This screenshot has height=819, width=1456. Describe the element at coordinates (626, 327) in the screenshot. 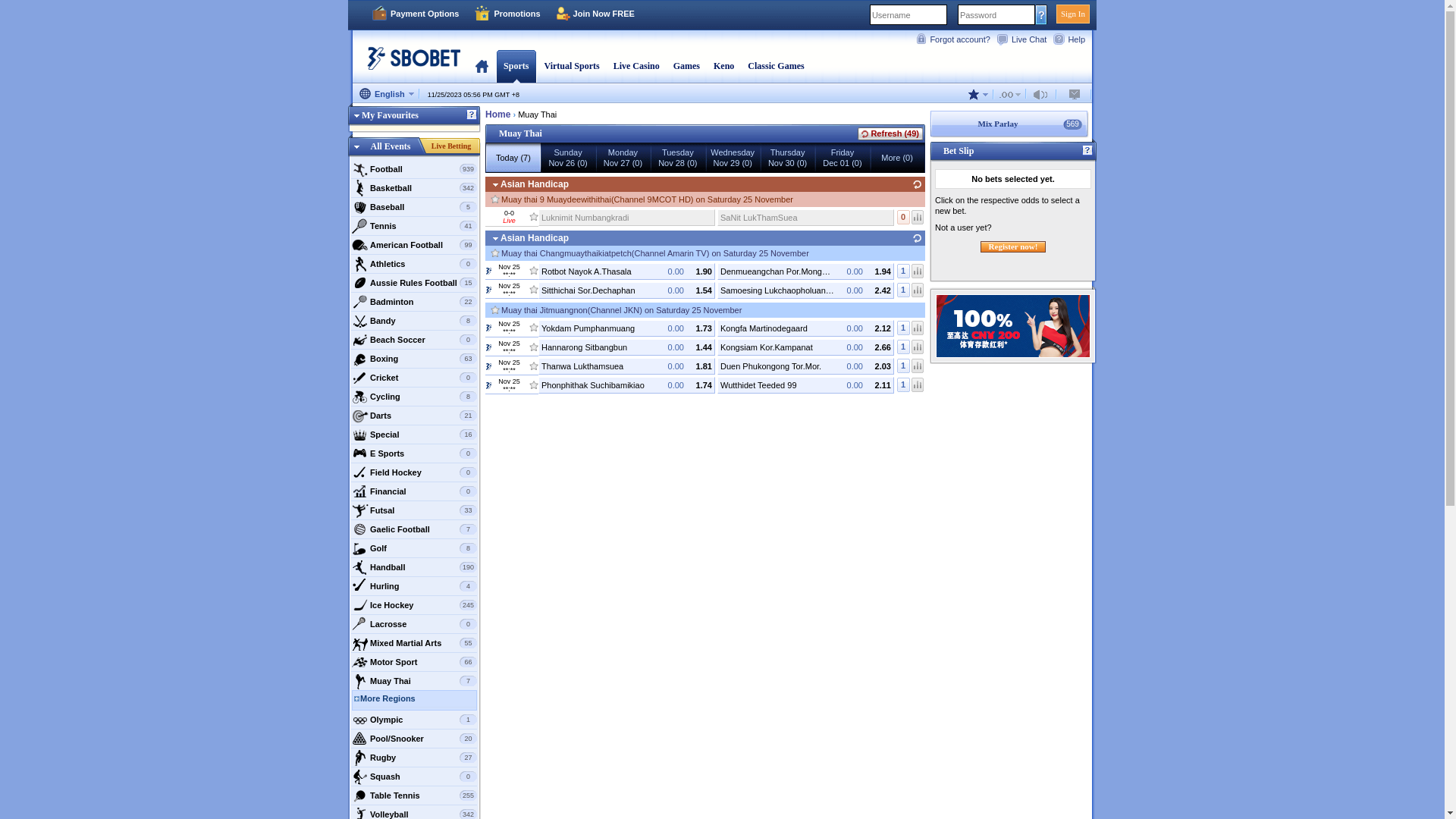

I see `'1.73` at that location.